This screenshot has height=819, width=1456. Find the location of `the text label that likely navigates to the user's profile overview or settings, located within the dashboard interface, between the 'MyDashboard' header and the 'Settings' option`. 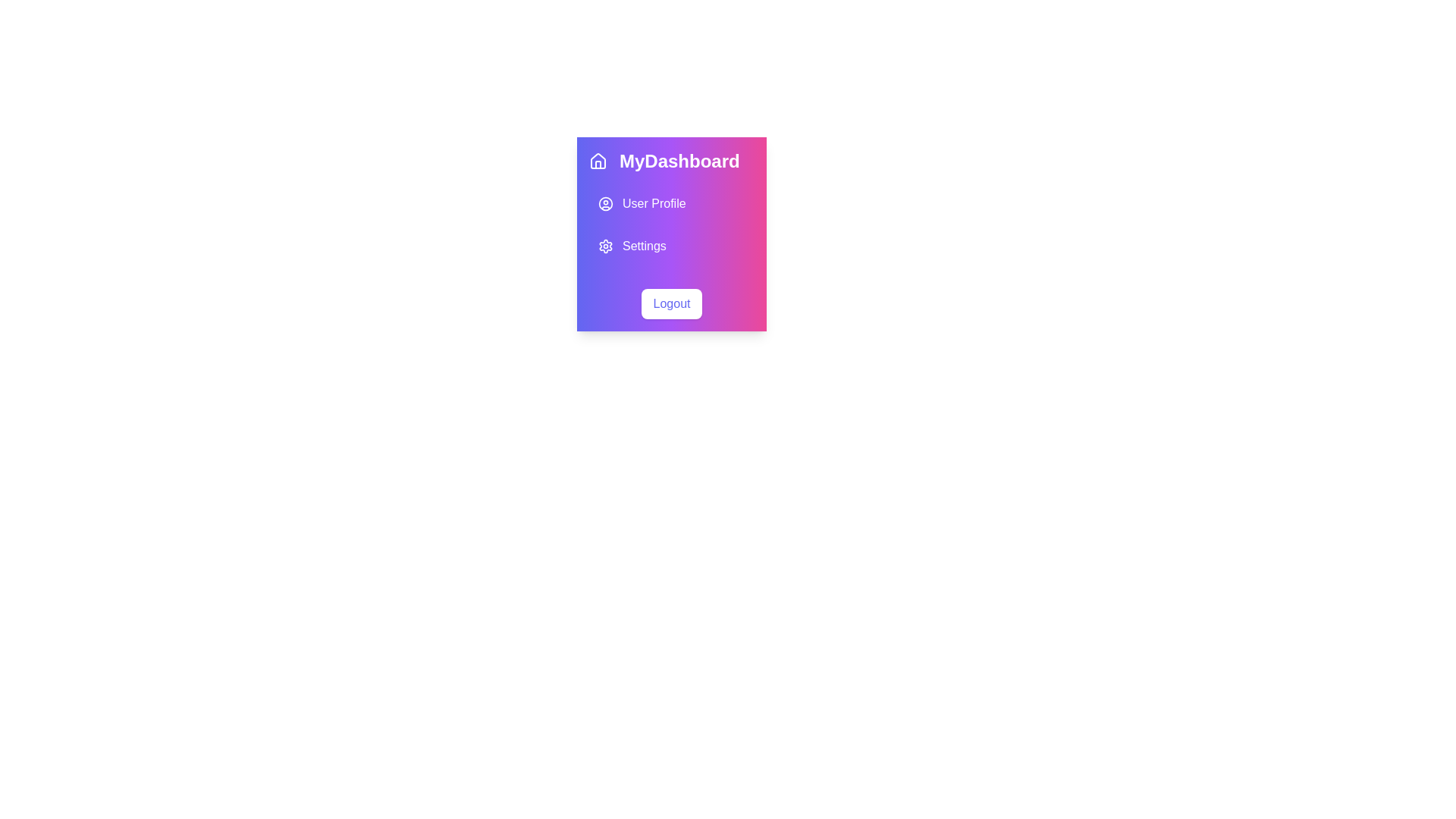

the text label that likely navigates to the user's profile overview or settings, located within the dashboard interface, between the 'MyDashboard' header and the 'Settings' option is located at coordinates (654, 203).